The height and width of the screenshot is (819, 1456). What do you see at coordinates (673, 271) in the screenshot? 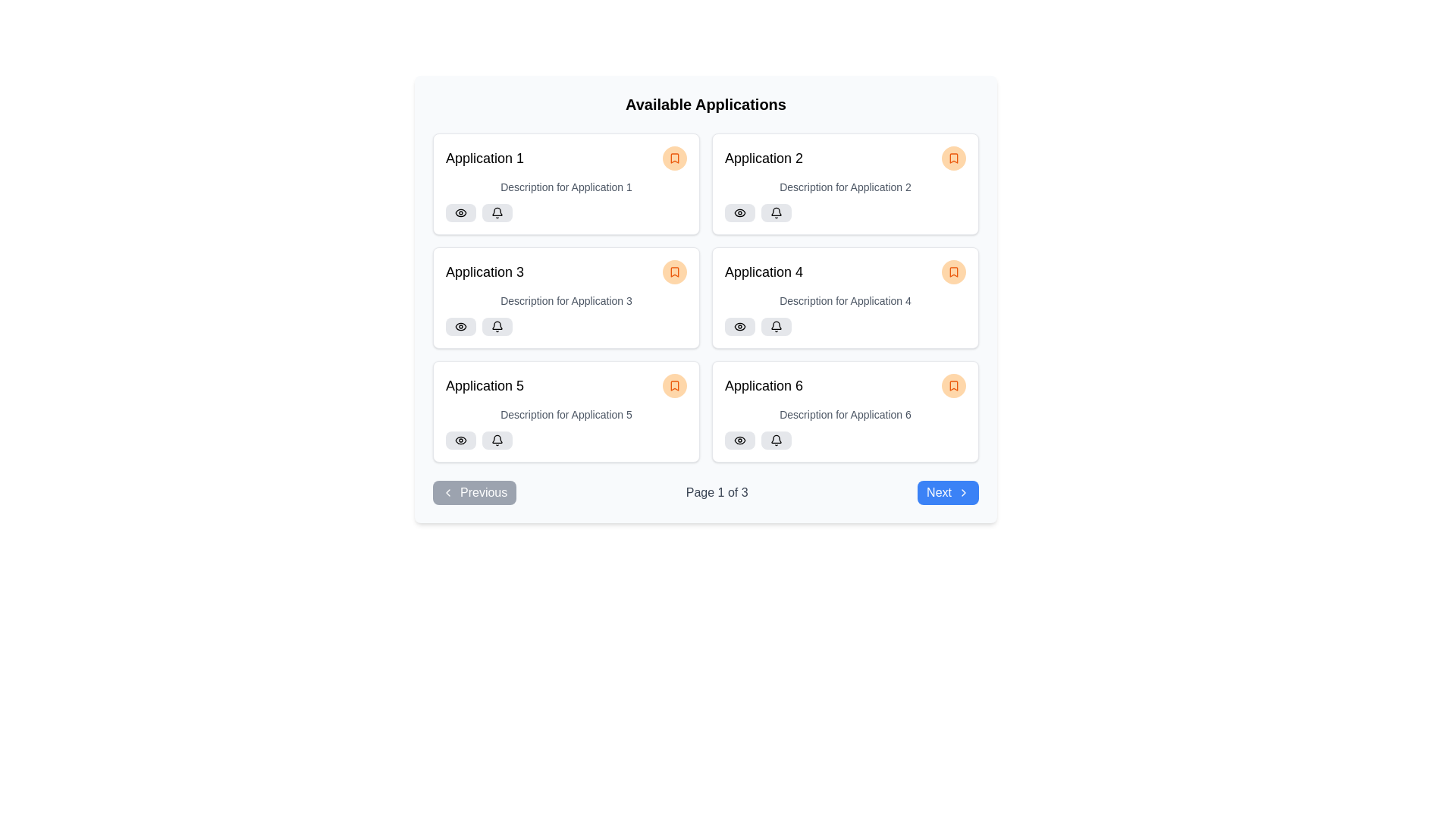
I see `the bookmark button with a filled orange color located in the top-right corner of the 'Application 3' card` at bounding box center [673, 271].